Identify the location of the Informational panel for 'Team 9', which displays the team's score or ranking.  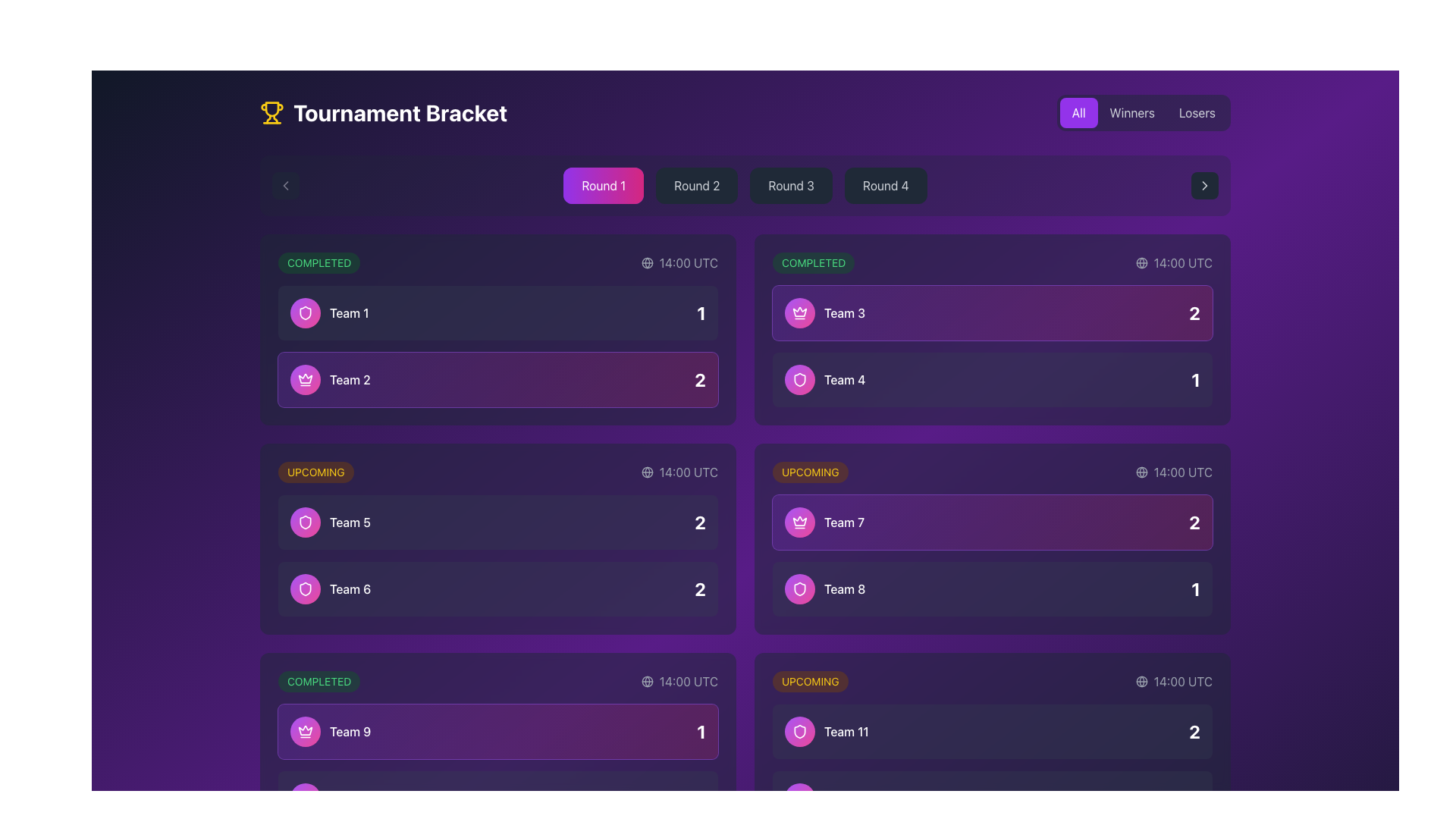
(498, 730).